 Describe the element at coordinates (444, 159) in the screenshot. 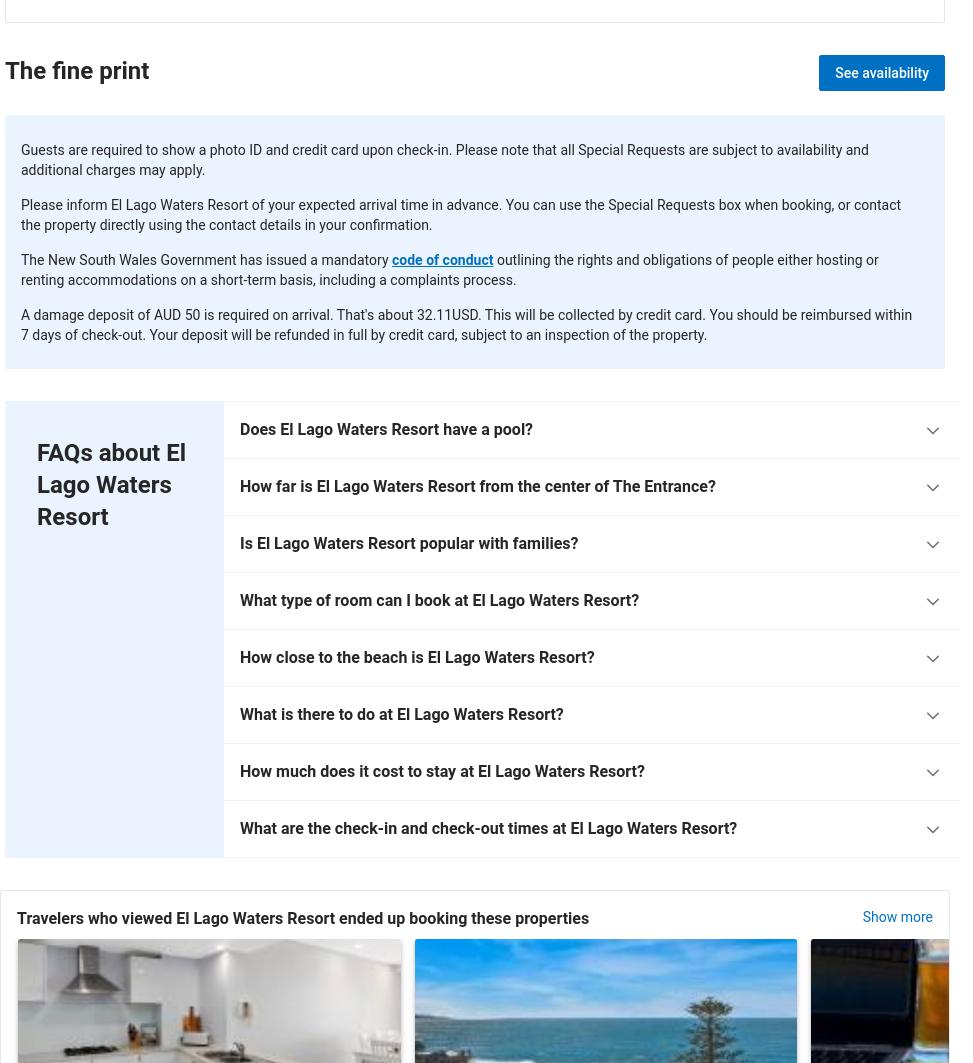

I see `'Guests are required to show a photo ID and credit card upon check-in. Please note that all Special Requests are subject to availability and additional charges may apply.'` at that location.